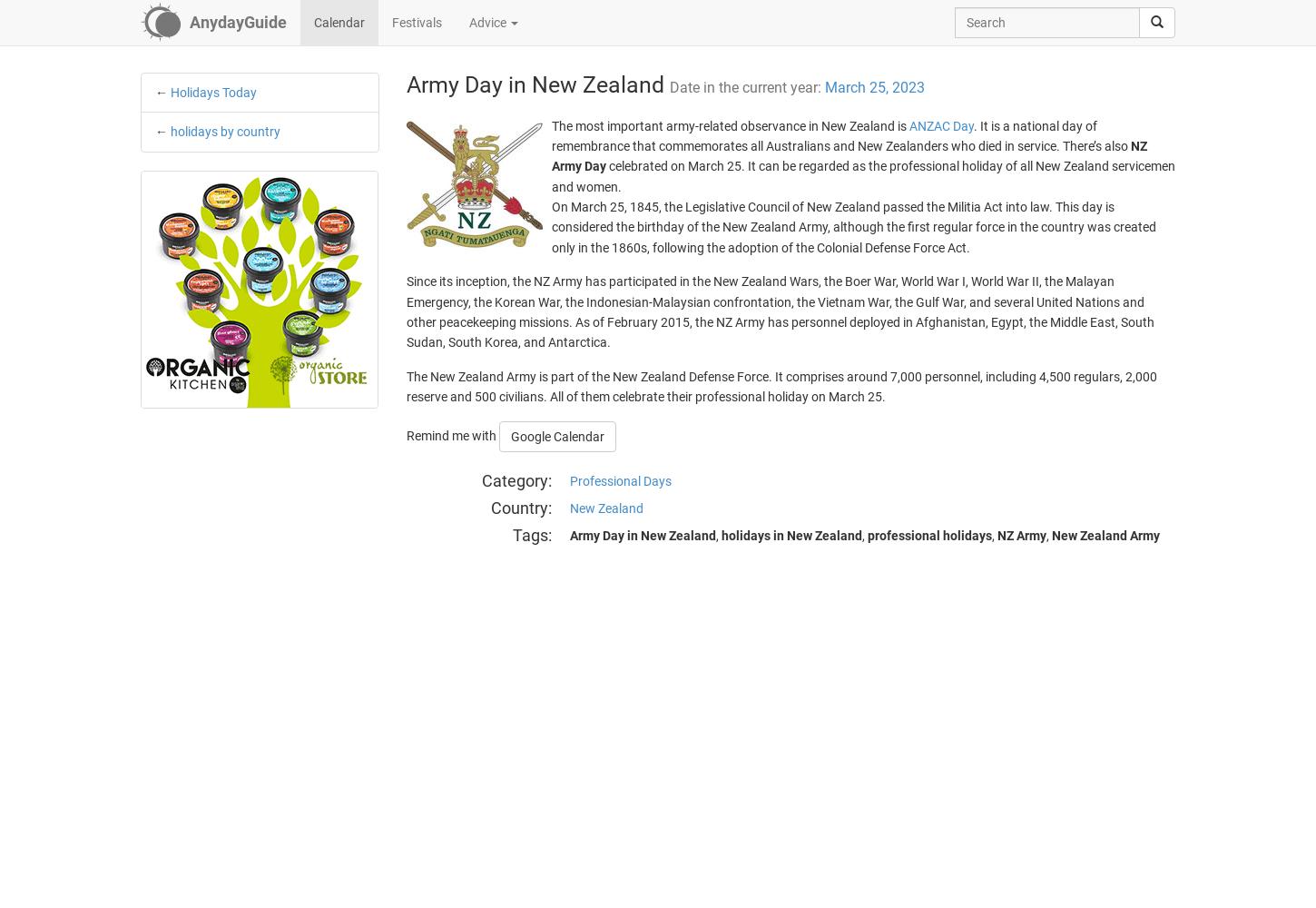 The image size is (1316, 908). What do you see at coordinates (514, 479) in the screenshot?
I see `'Category'` at bounding box center [514, 479].